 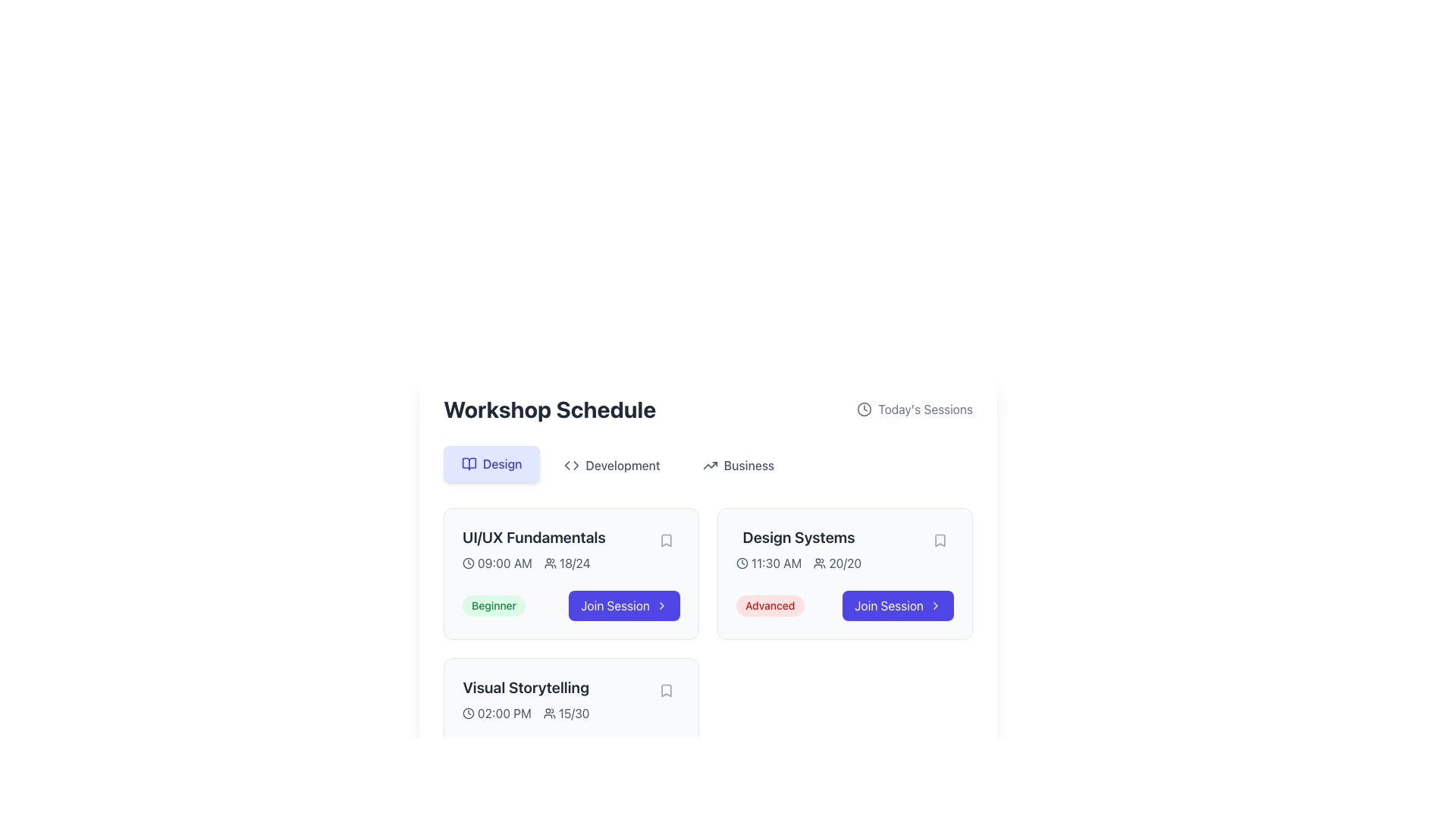 What do you see at coordinates (666, 540) in the screenshot?
I see `the bookmark icon in the top-right corner of the 'UI/UX Fundamentals' session card to bookmark the session for later reference` at bounding box center [666, 540].